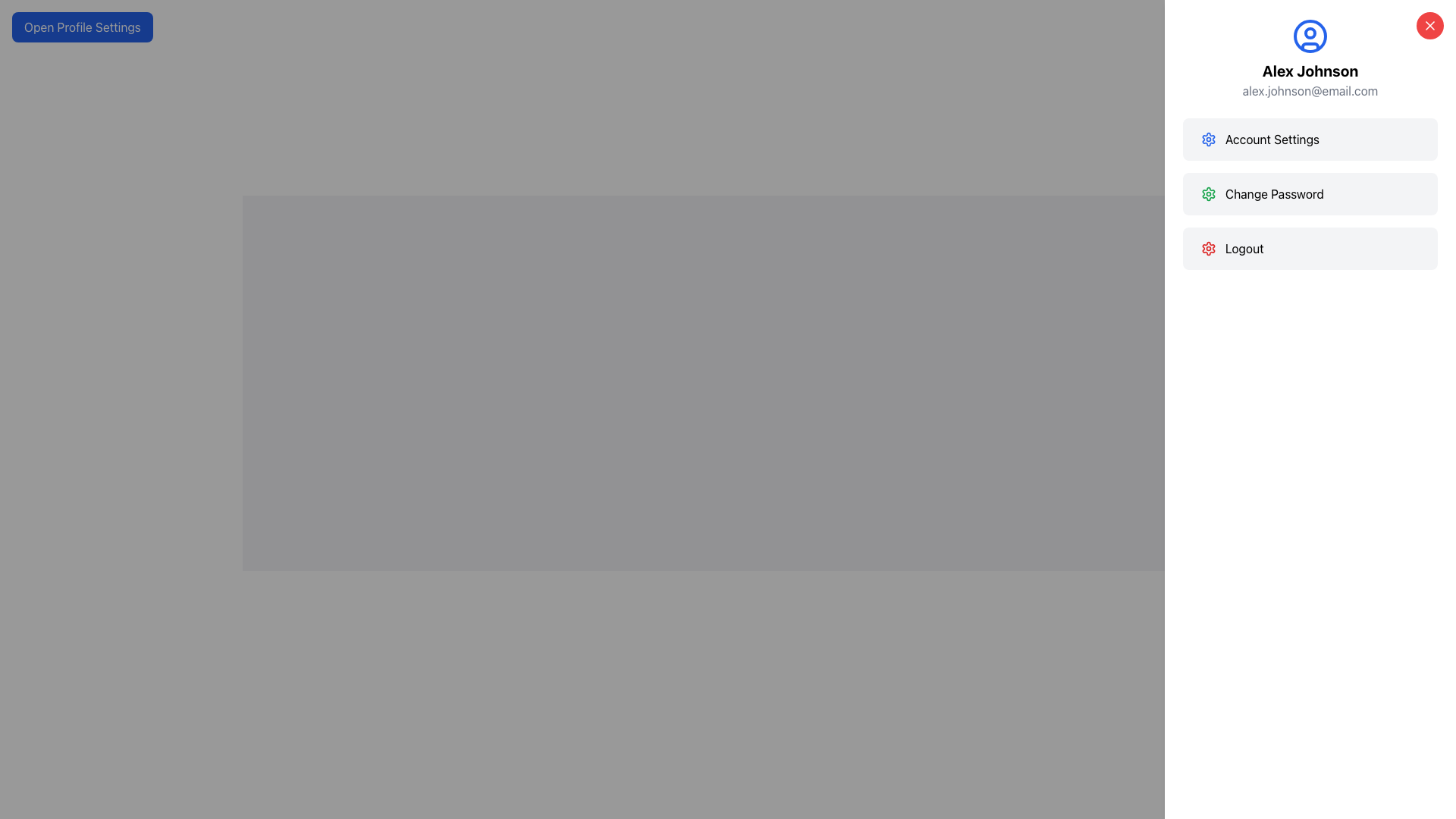 Image resolution: width=1456 pixels, height=819 pixels. What do you see at coordinates (1310, 33) in the screenshot?
I see `the small circular graphical component representing the head in the user profile icon, located at the top center of the icon` at bounding box center [1310, 33].